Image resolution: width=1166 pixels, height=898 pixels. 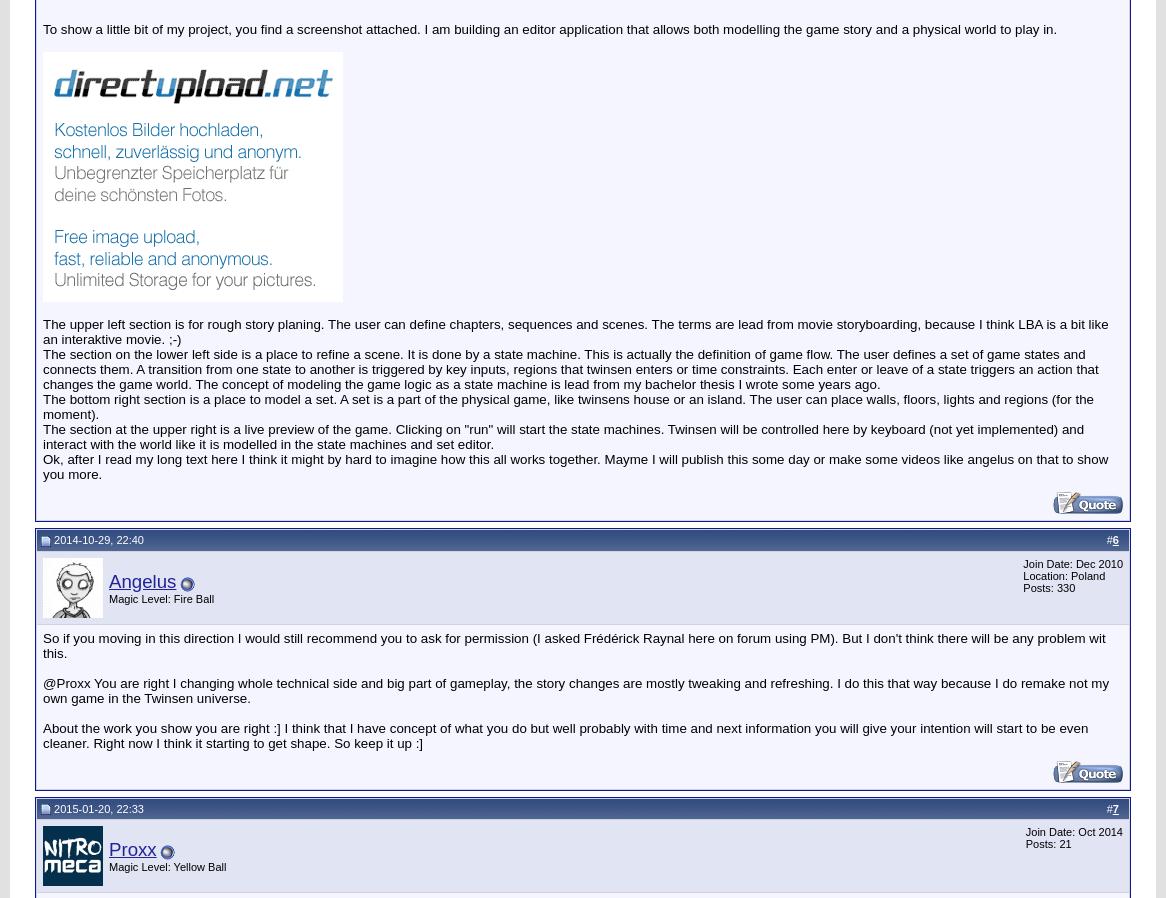 I want to click on 'Proxx', so click(x=132, y=849).